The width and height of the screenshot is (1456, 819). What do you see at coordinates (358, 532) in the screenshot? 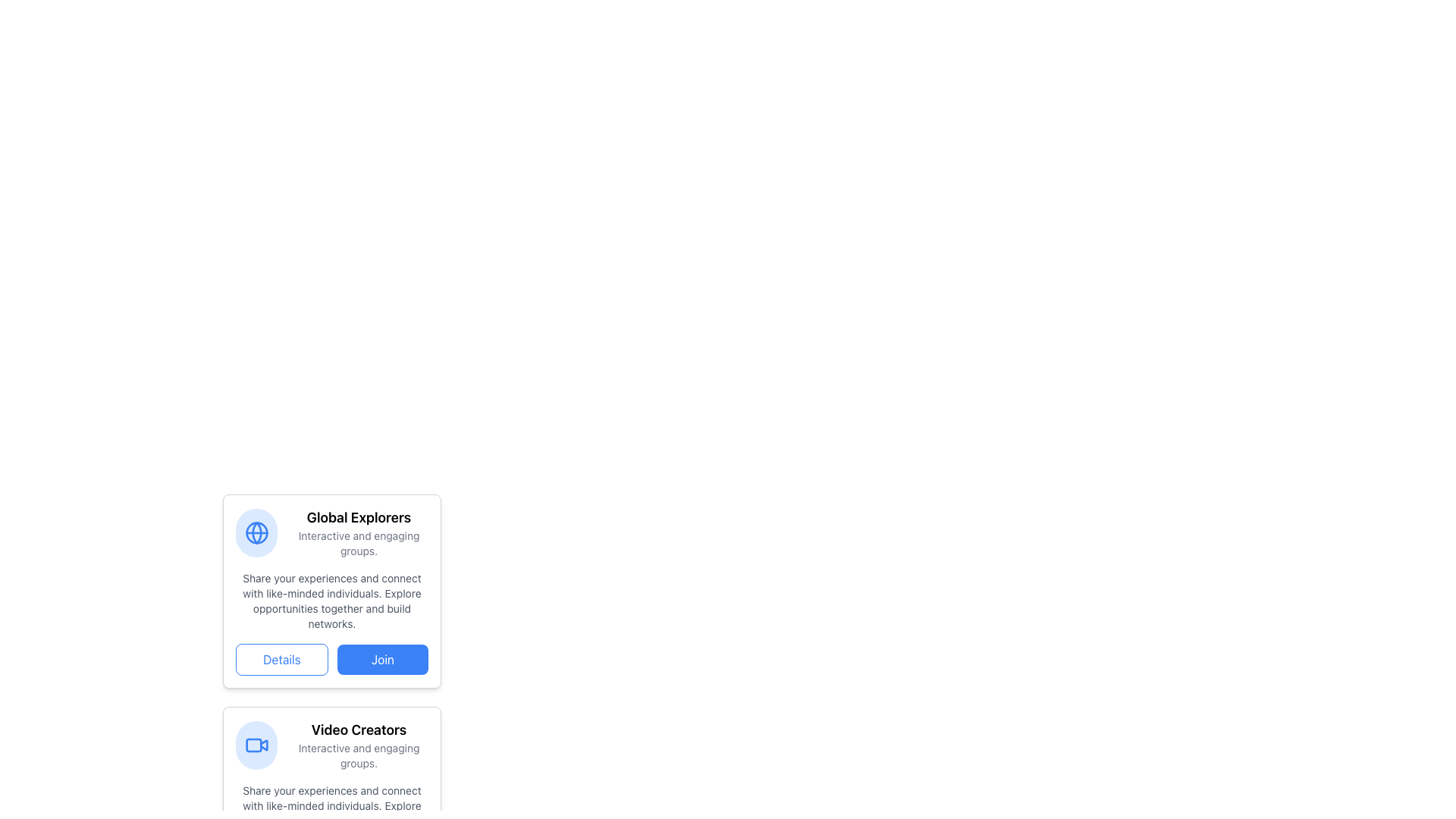
I see `text displayed in the Text Display element which includes 'Global Explorers' in bold and the smaller gray text 'Interactive and engaging groups.'` at bounding box center [358, 532].